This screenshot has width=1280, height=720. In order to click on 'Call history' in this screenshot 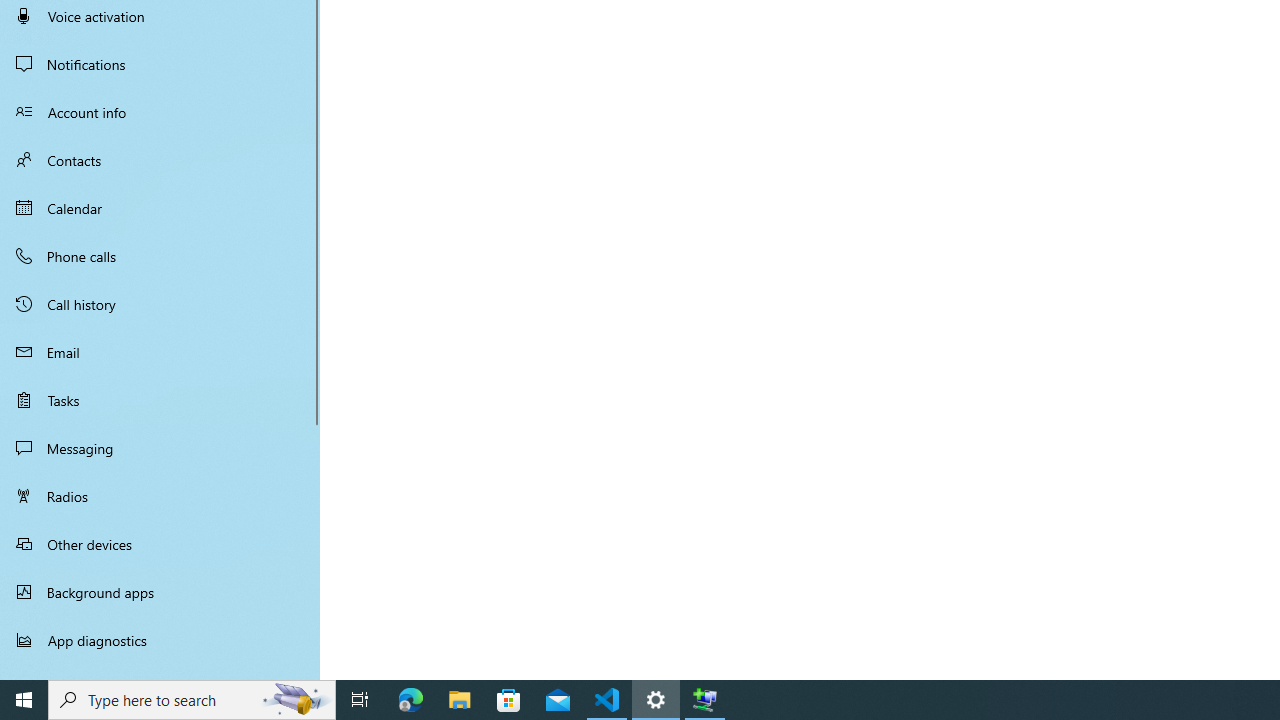, I will do `click(160, 304)`.